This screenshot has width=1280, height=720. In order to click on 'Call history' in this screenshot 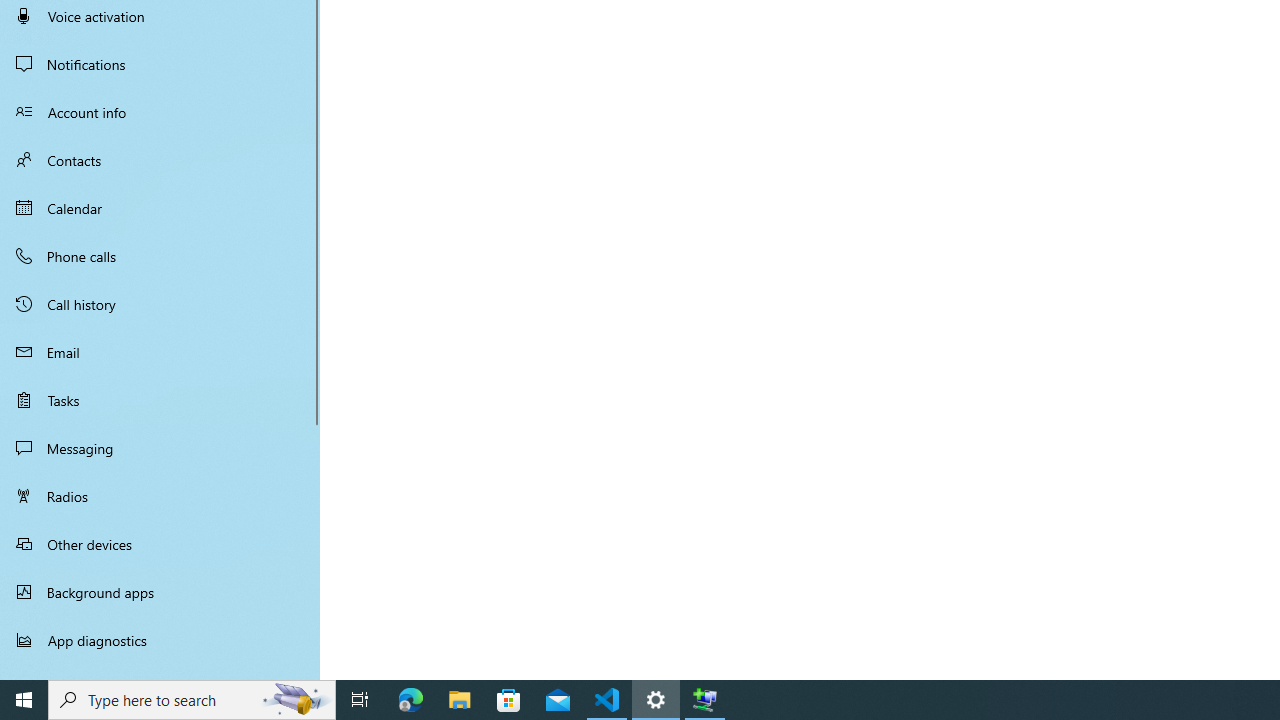, I will do `click(160, 304)`.